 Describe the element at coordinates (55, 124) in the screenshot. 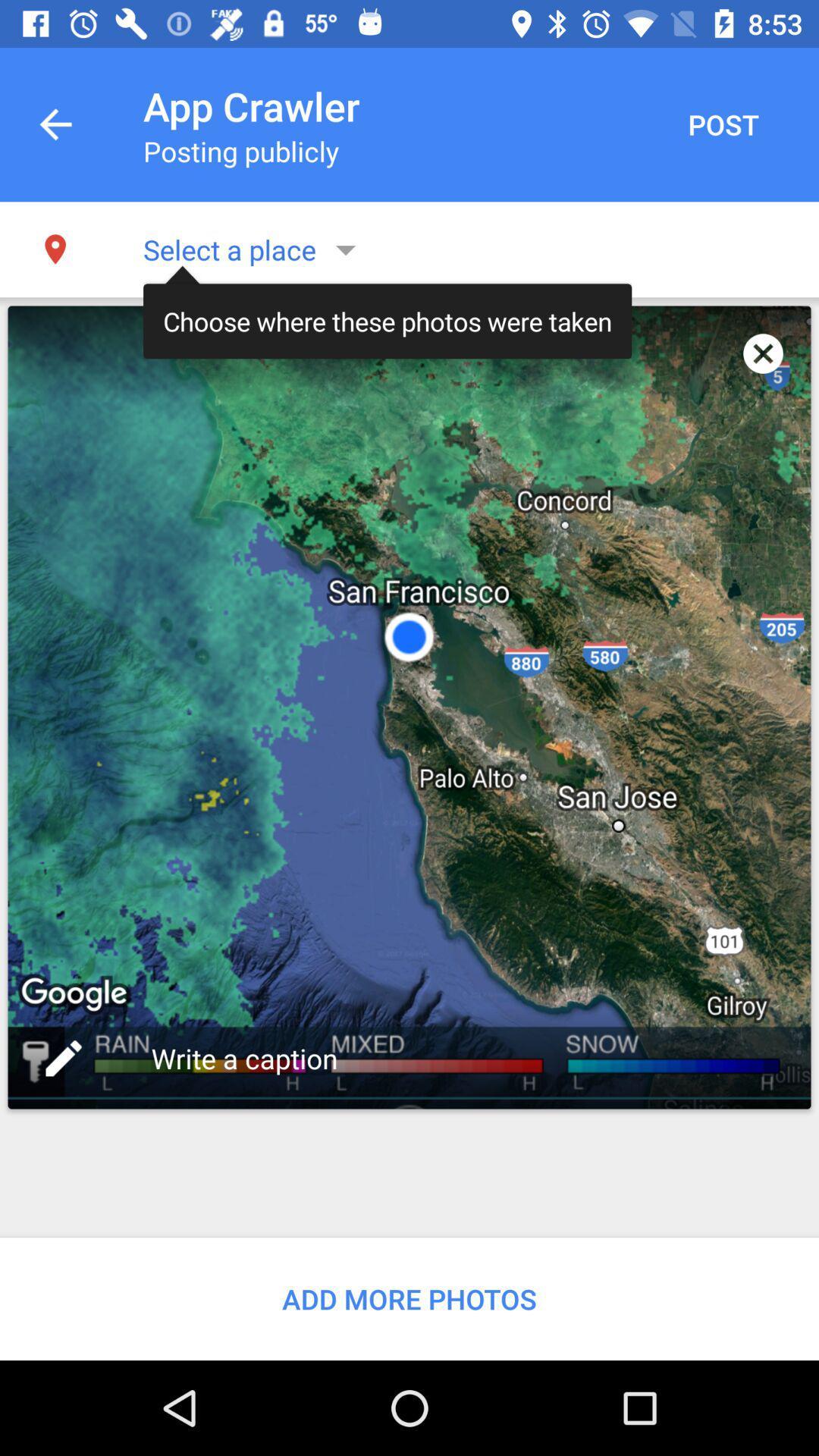

I see `item next to app crawler` at that location.